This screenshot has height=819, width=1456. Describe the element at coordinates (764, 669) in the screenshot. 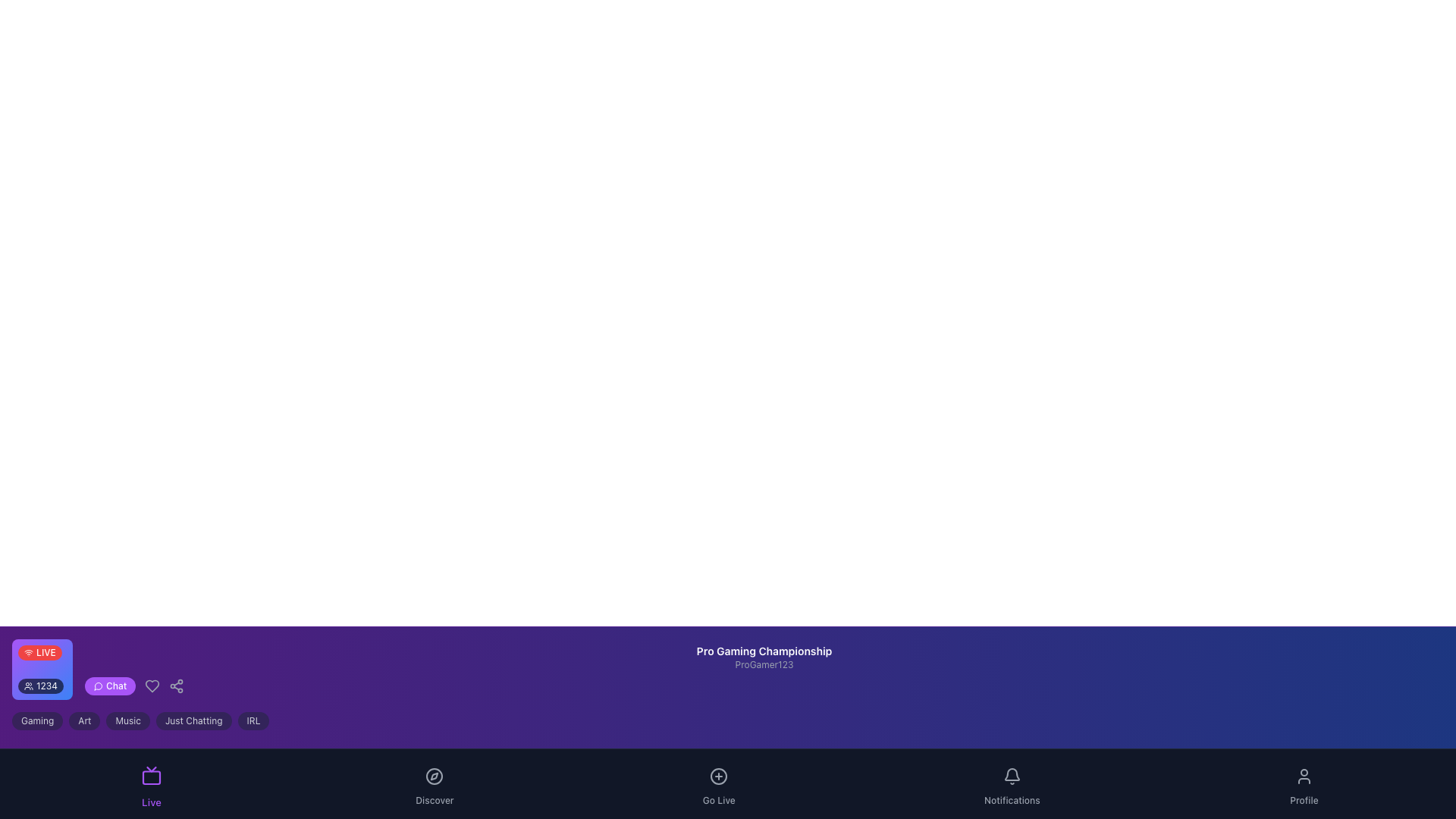

I see `the header section displaying the title 'Pro Gaming Championship' and the username 'ProGamer123', which is centrally located below the interaction buttons and above the bottom navigation bar` at that location.